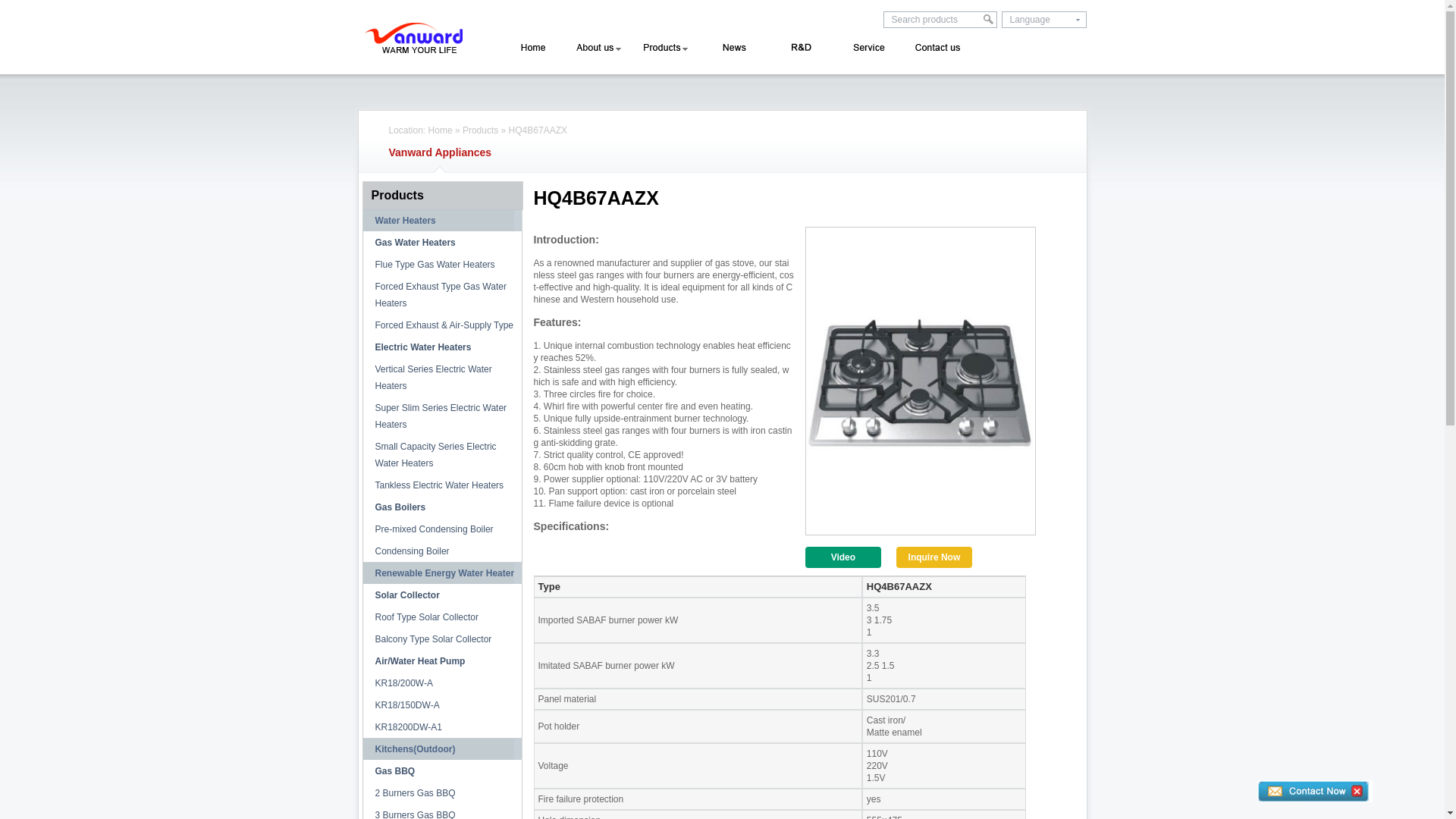 This screenshot has height=819, width=1456. What do you see at coordinates (936, 47) in the screenshot?
I see `'Contact us'` at bounding box center [936, 47].